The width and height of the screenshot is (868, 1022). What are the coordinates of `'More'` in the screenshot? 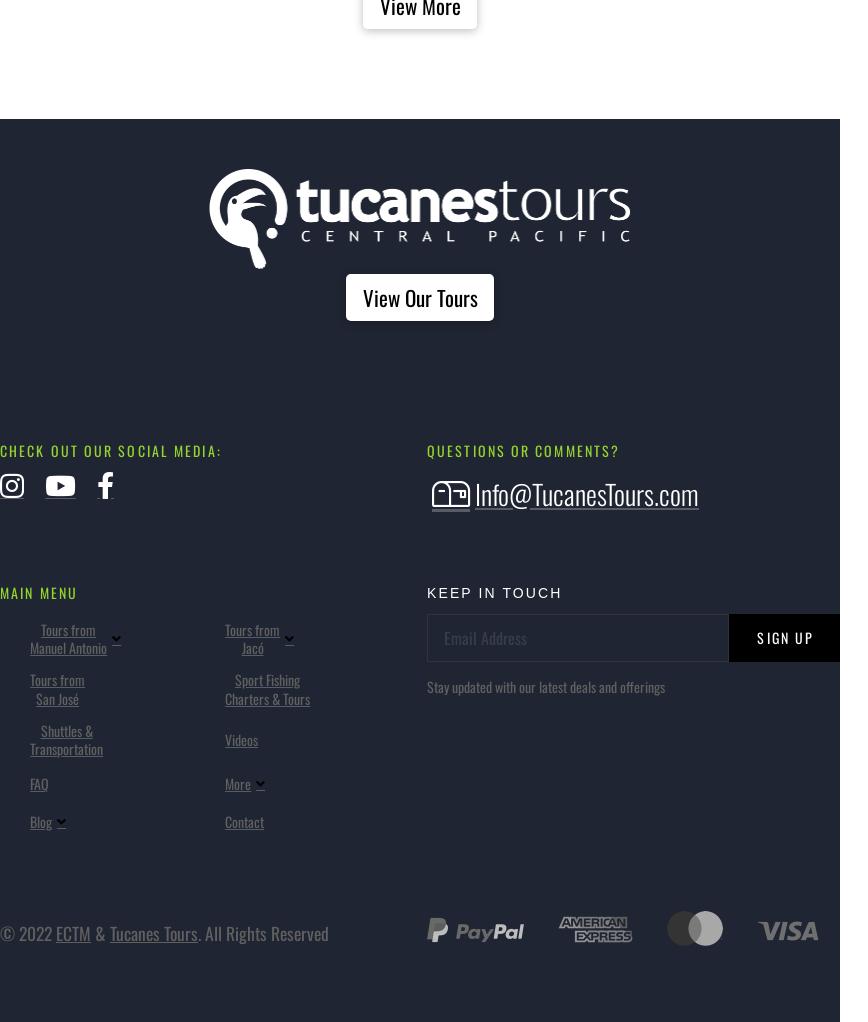 It's located at (237, 783).